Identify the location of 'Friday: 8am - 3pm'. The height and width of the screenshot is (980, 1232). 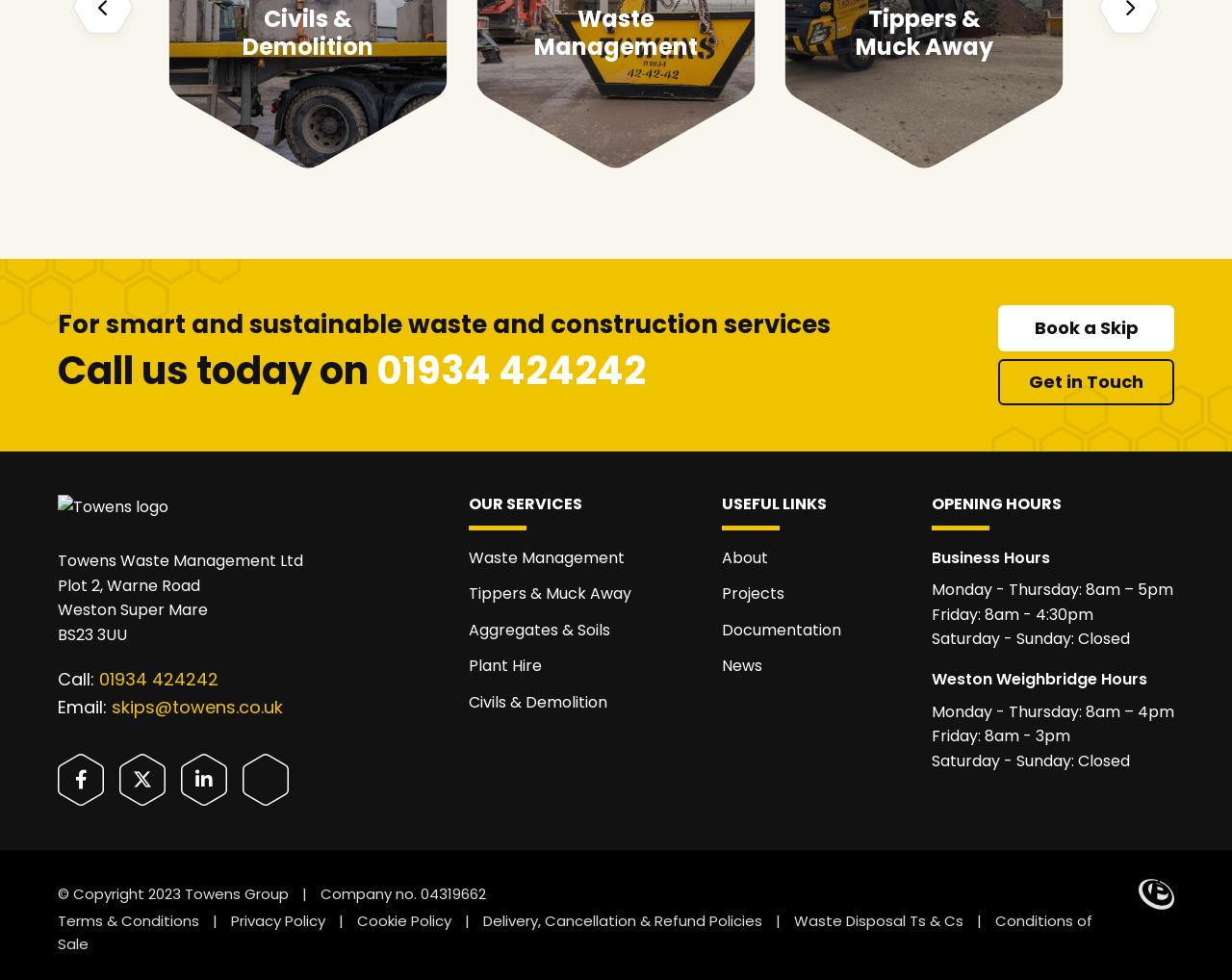
(1001, 735).